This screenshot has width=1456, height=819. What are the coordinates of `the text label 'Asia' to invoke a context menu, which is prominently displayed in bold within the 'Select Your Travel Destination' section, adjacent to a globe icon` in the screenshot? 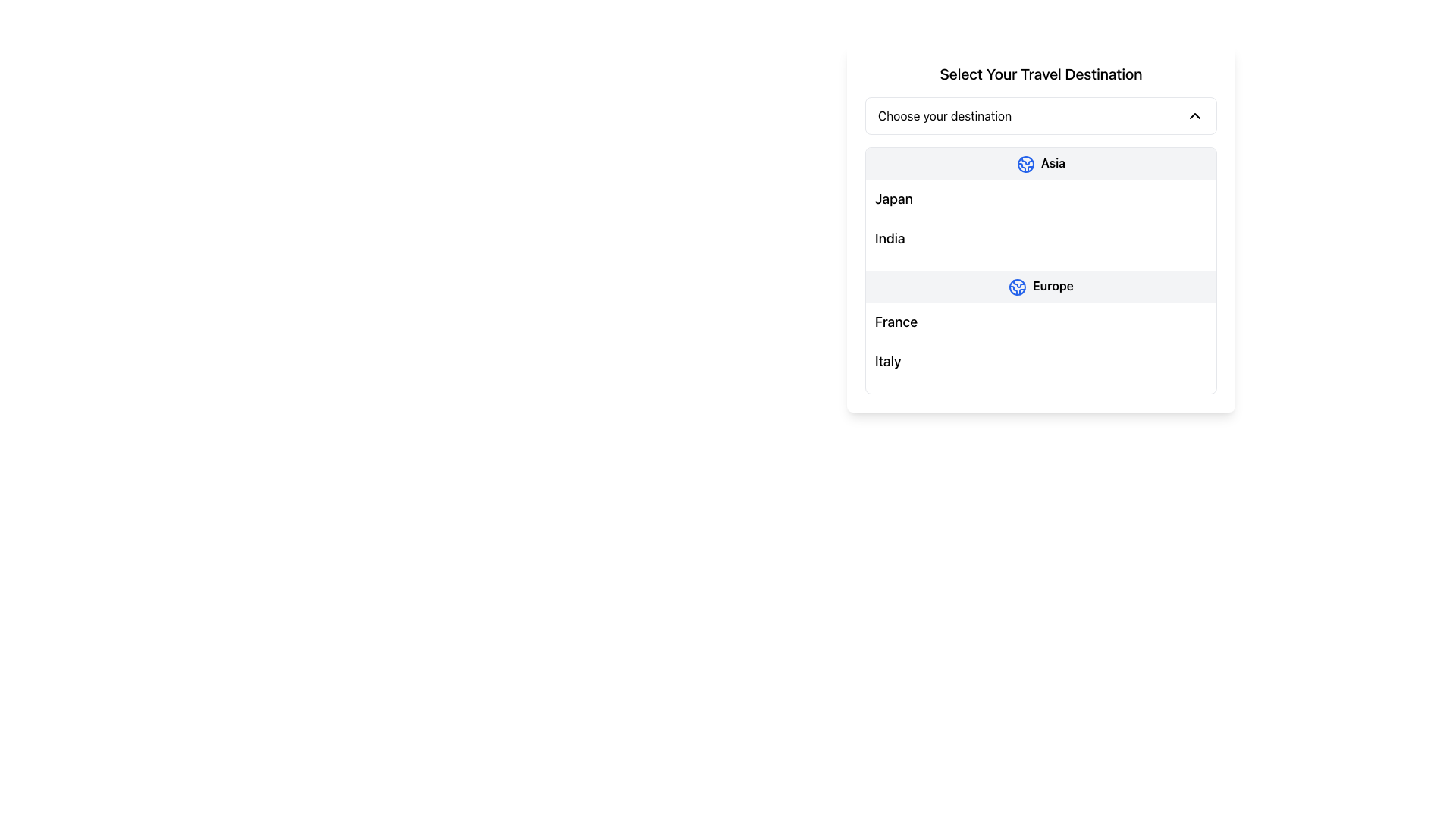 It's located at (1052, 163).